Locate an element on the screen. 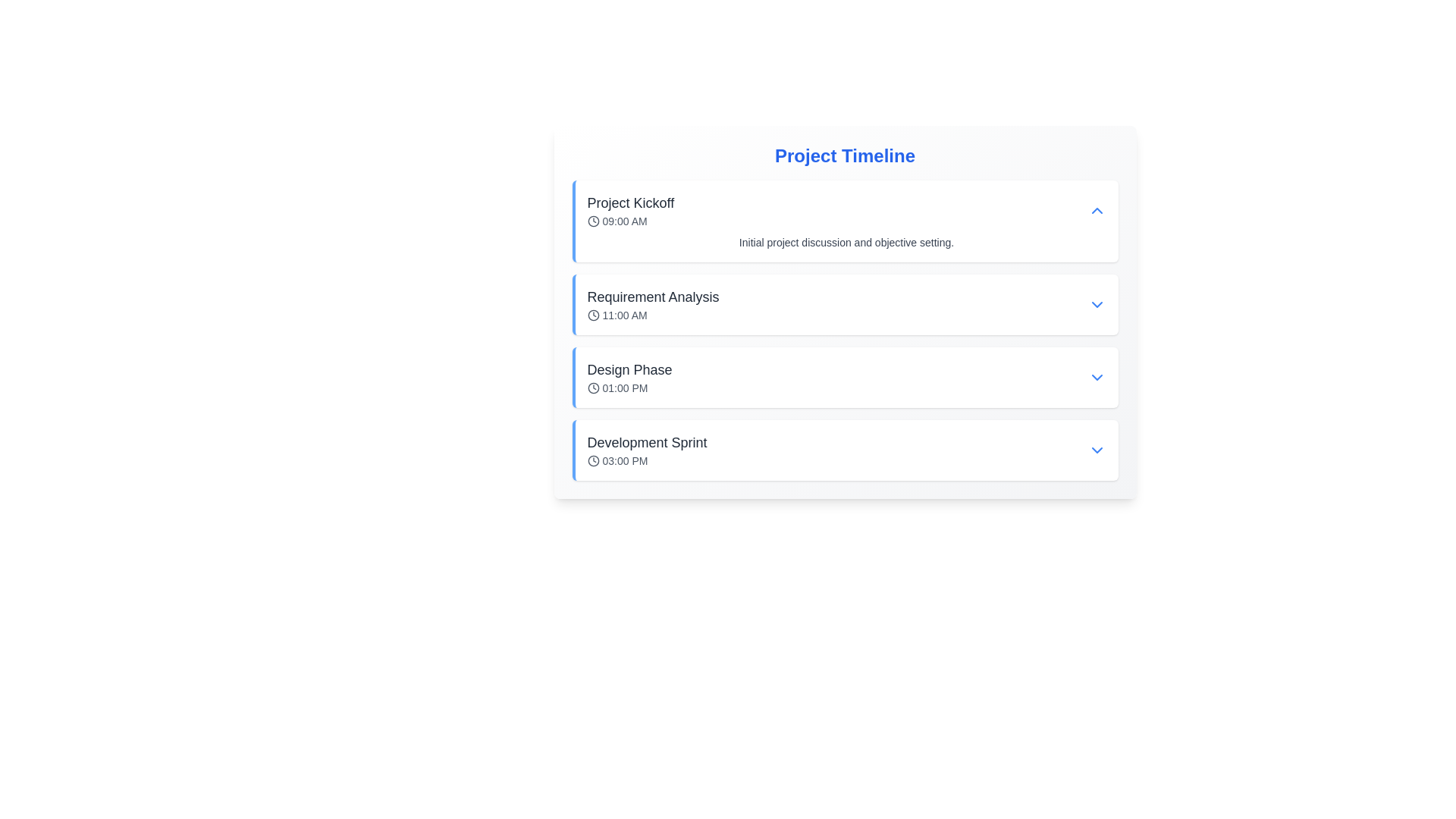 Image resolution: width=1456 pixels, height=819 pixels. the fourth icon button adjacent to the 'Requirement Analysis 11:00 AM' section is located at coordinates (1097, 304).